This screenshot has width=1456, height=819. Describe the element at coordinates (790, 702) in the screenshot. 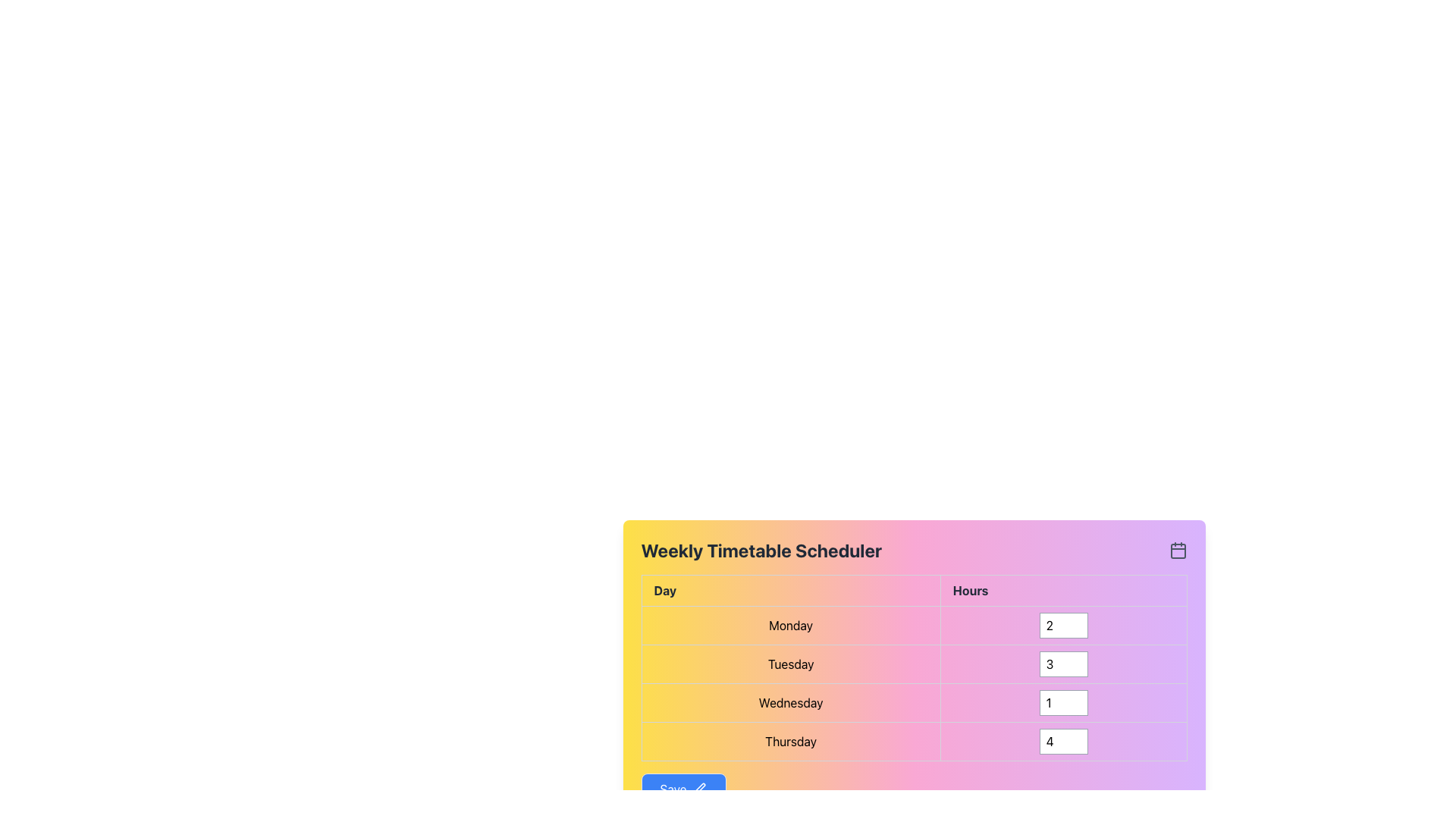

I see `the text label component indicating 'Wednesday' in the third row of the 'Day' column within the weekly timetable scheduler` at that location.